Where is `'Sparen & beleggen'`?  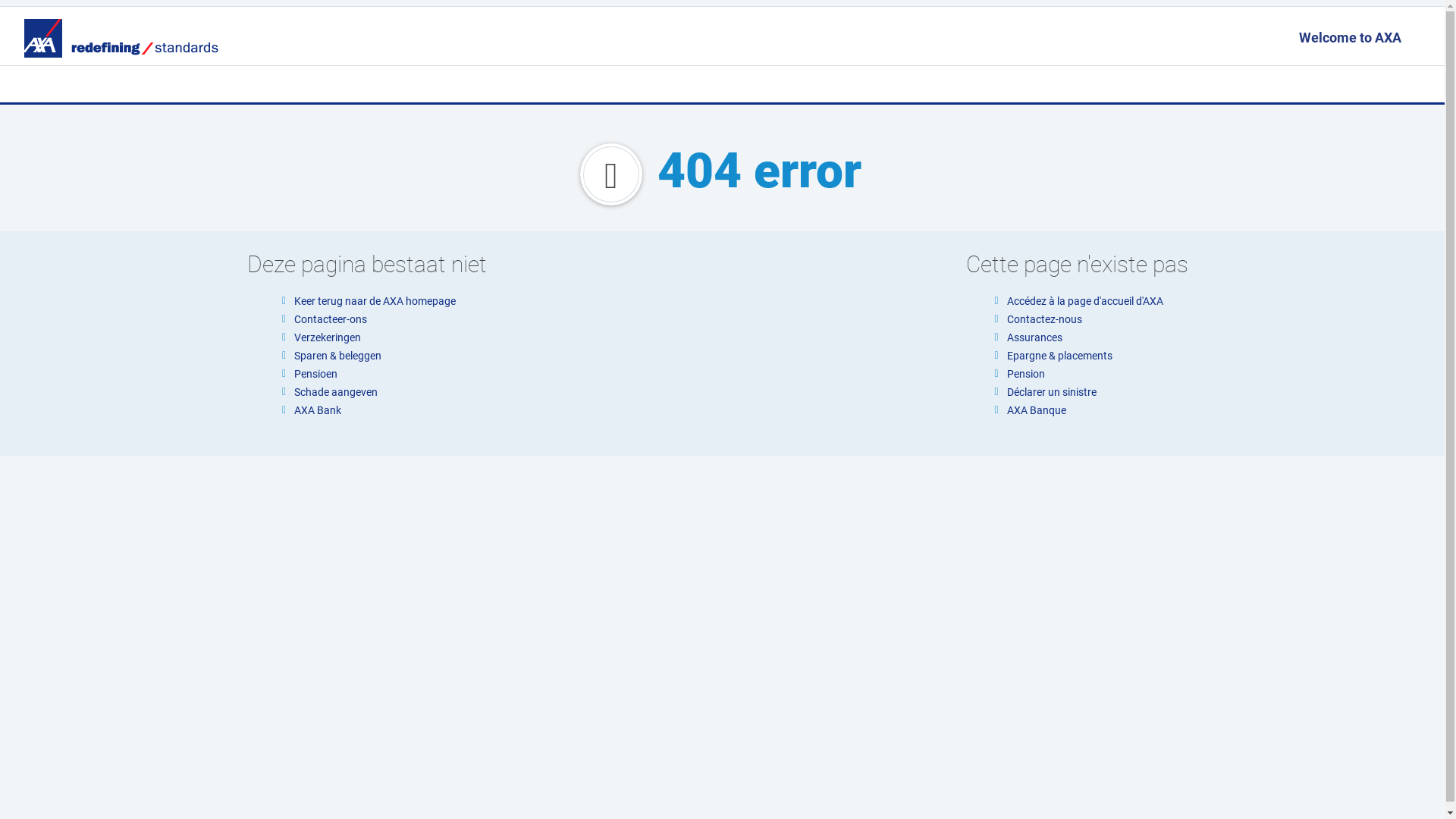
'Sparen & beleggen' is located at coordinates (337, 356).